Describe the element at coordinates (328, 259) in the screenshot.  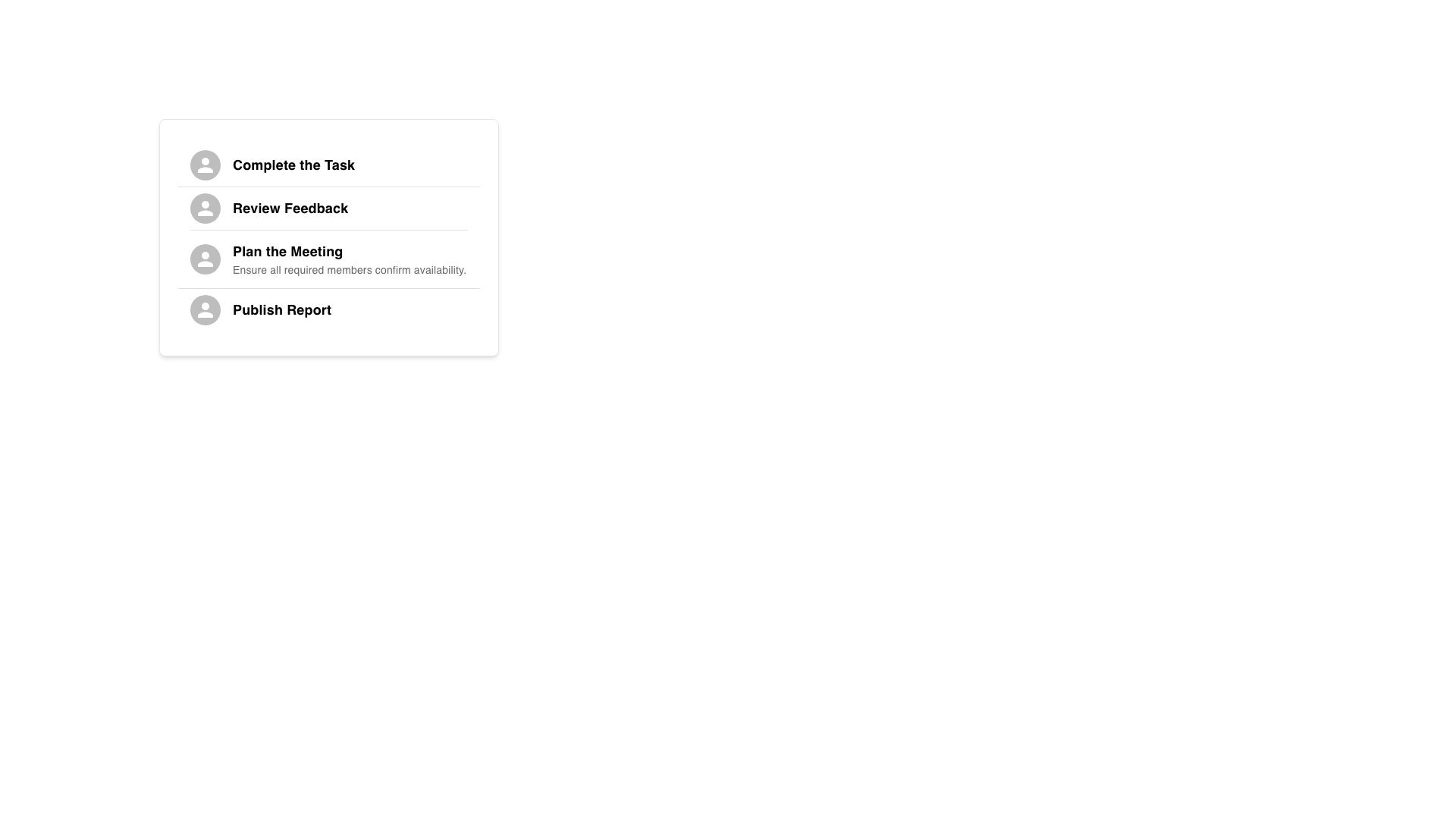
I see `on the third list item which has a circular avatar with a red background, a person icon, and the text 'Plan the Meeting' followed by 'Ensure all required members confirm availability'` at that location.